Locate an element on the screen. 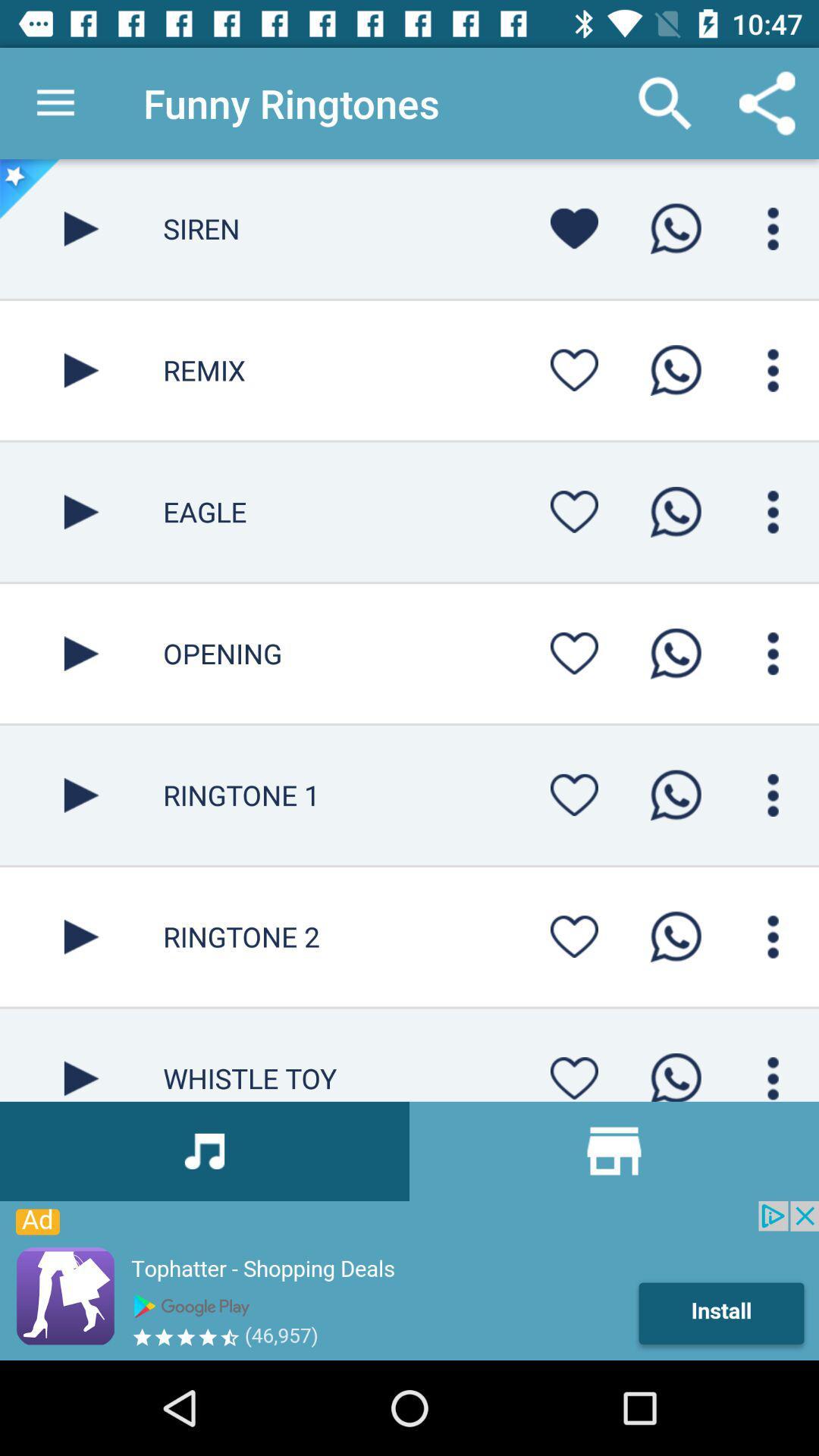 The image size is (819, 1456). like button is located at coordinates (574, 370).